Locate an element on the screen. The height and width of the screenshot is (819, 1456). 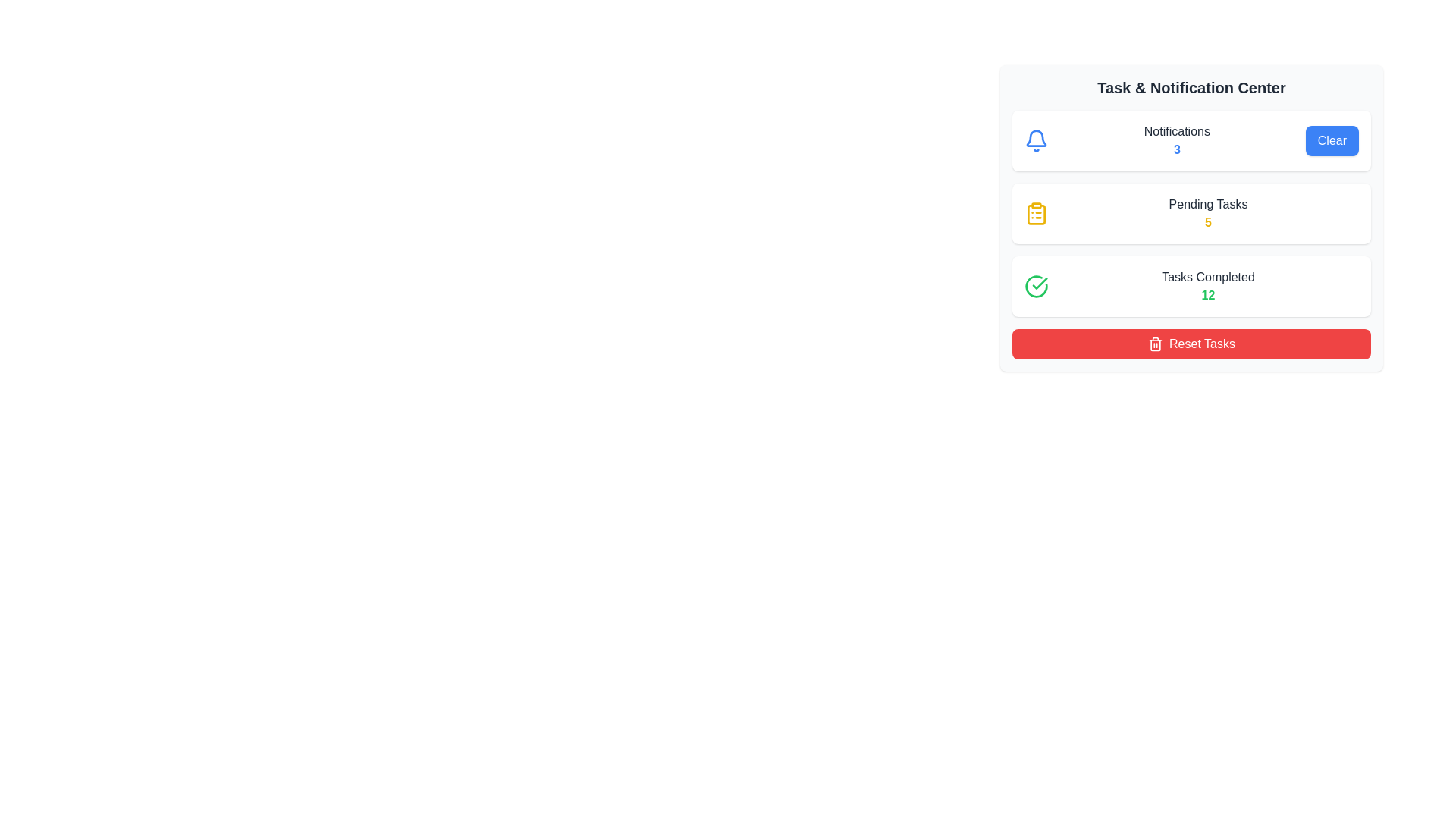
the 'Notifications' text display element that shows a count of '3' in bold blue, located in the 'Task & Notification Center' section is located at coordinates (1176, 140).